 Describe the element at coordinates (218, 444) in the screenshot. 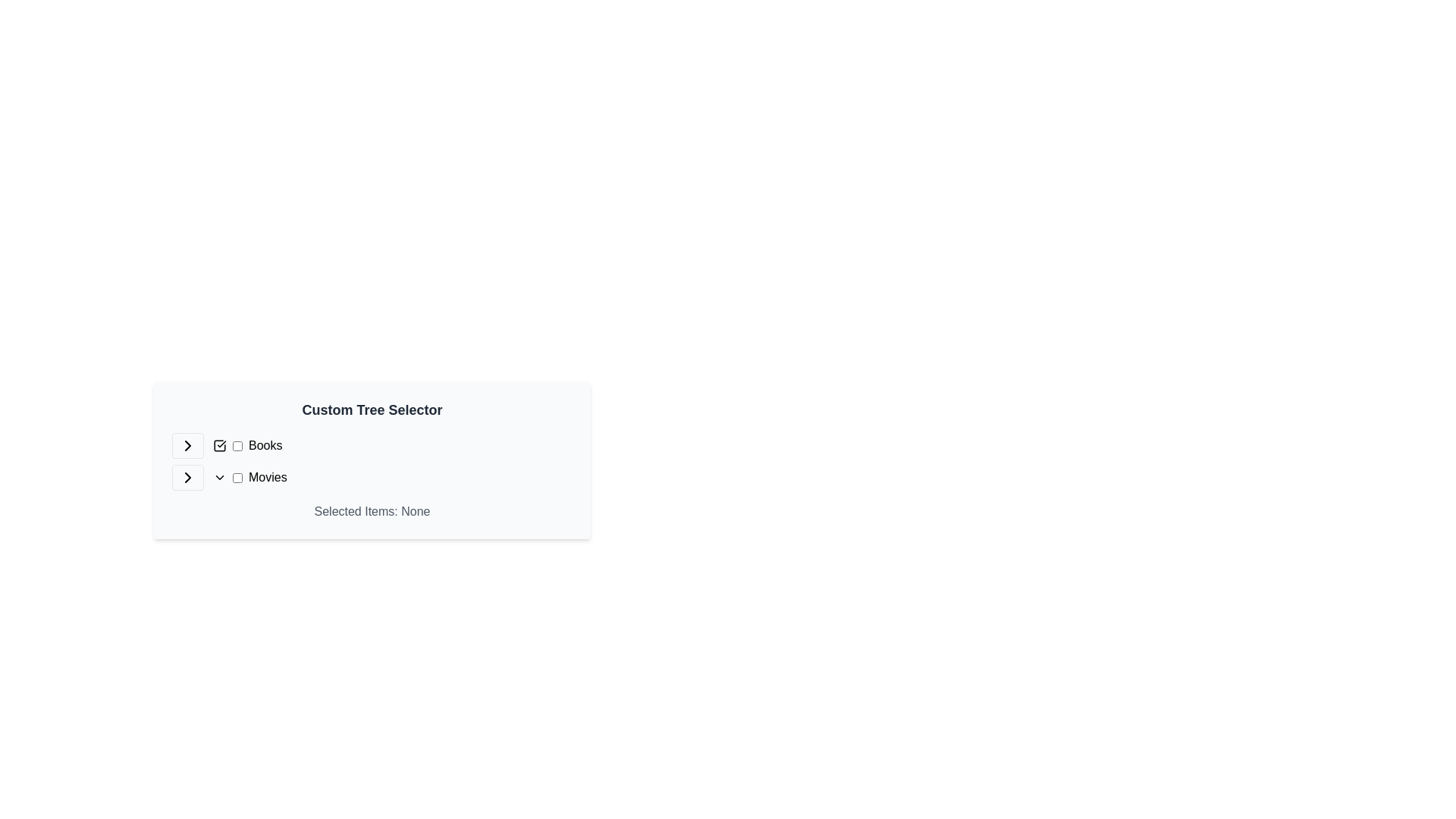

I see `the icon resembling a checked box that is positioned next to the label 'Books' and to the left of a standard checkbox` at that location.